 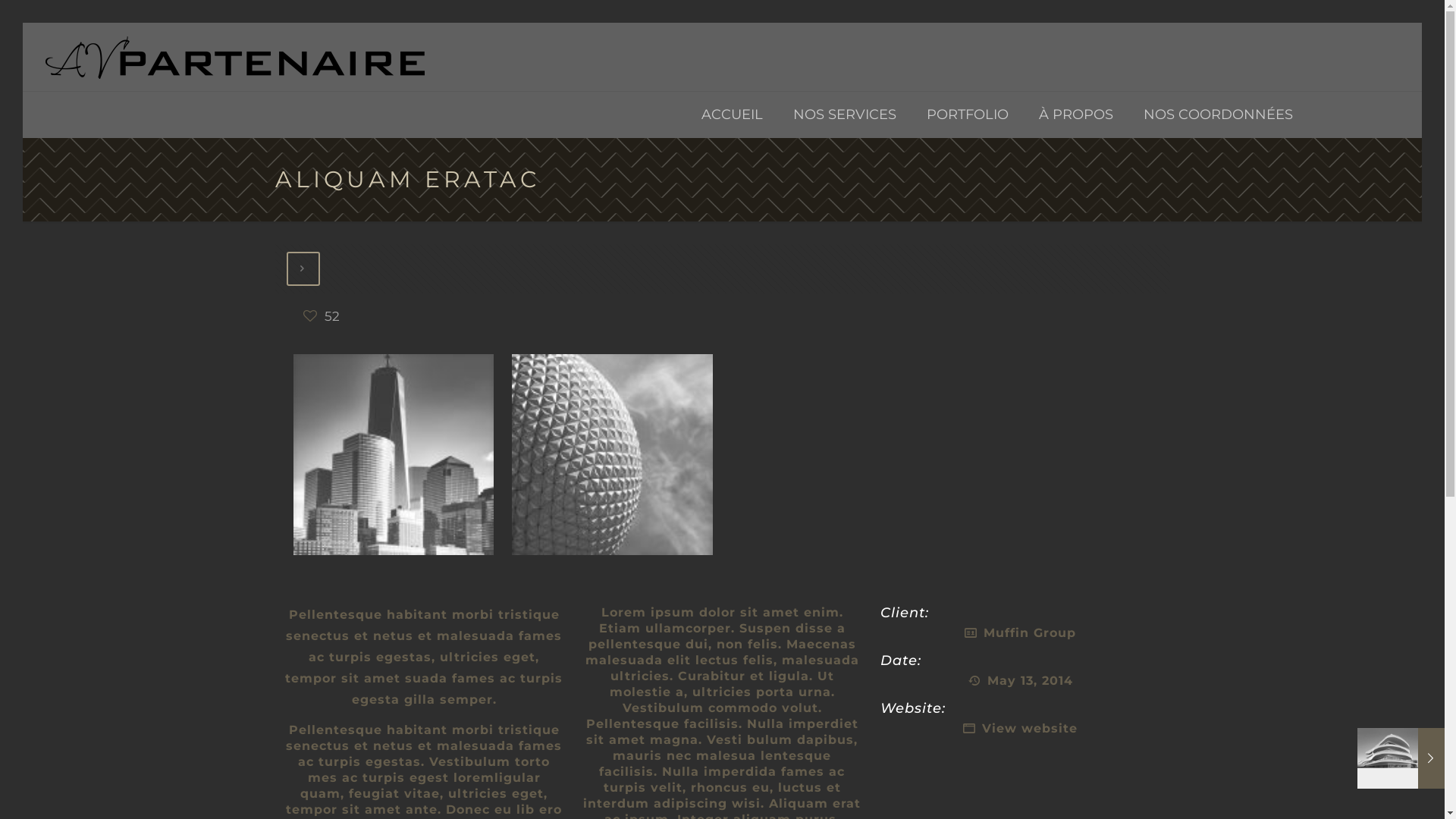 What do you see at coordinates (910, 113) in the screenshot?
I see `'PORTFOLIO'` at bounding box center [910, 113].